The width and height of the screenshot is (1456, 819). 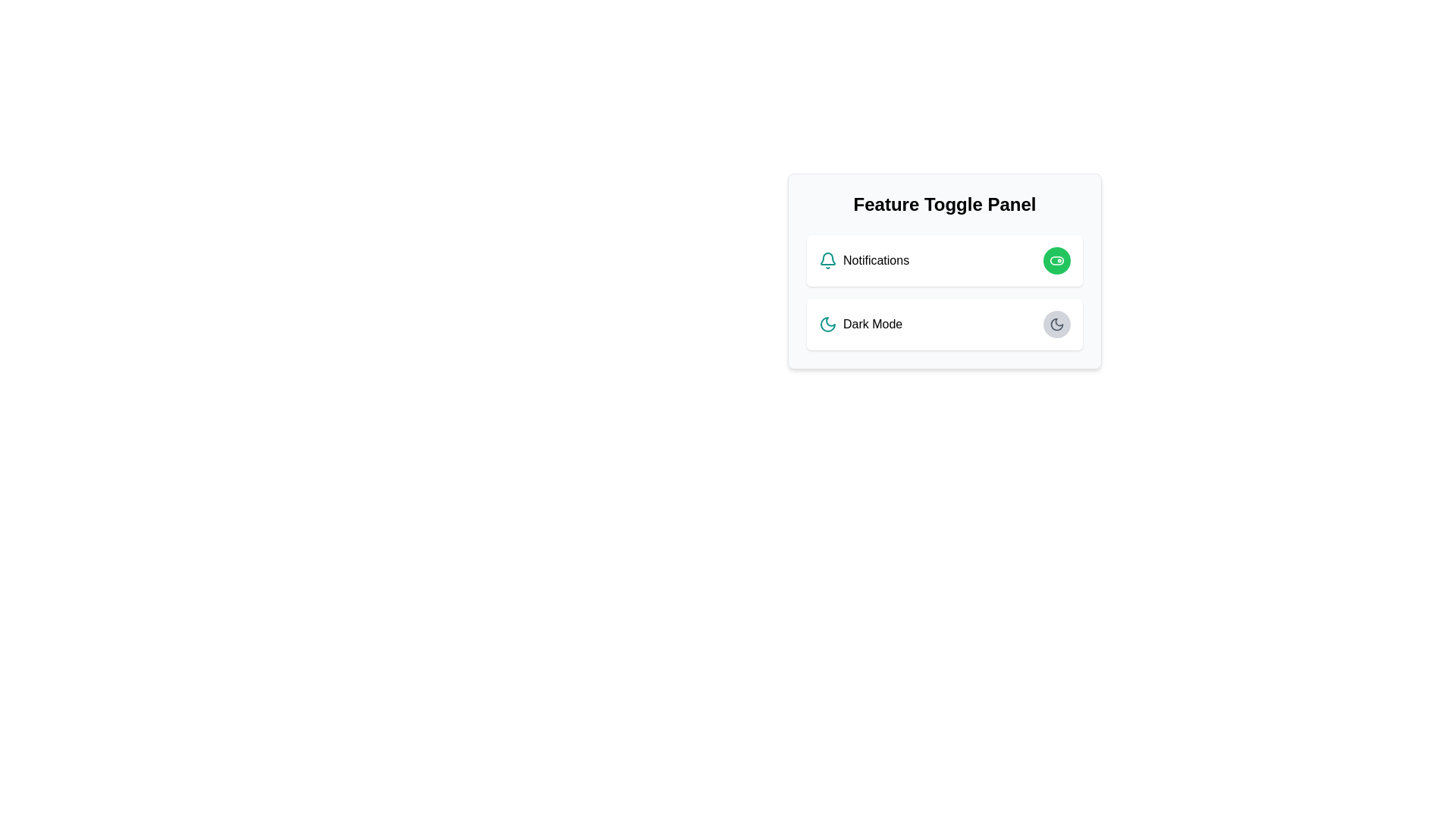 I want to click on the green toggle background component located adjacent to the 'Notifications' label in the toggle panel, so click(x=1056, y=259).